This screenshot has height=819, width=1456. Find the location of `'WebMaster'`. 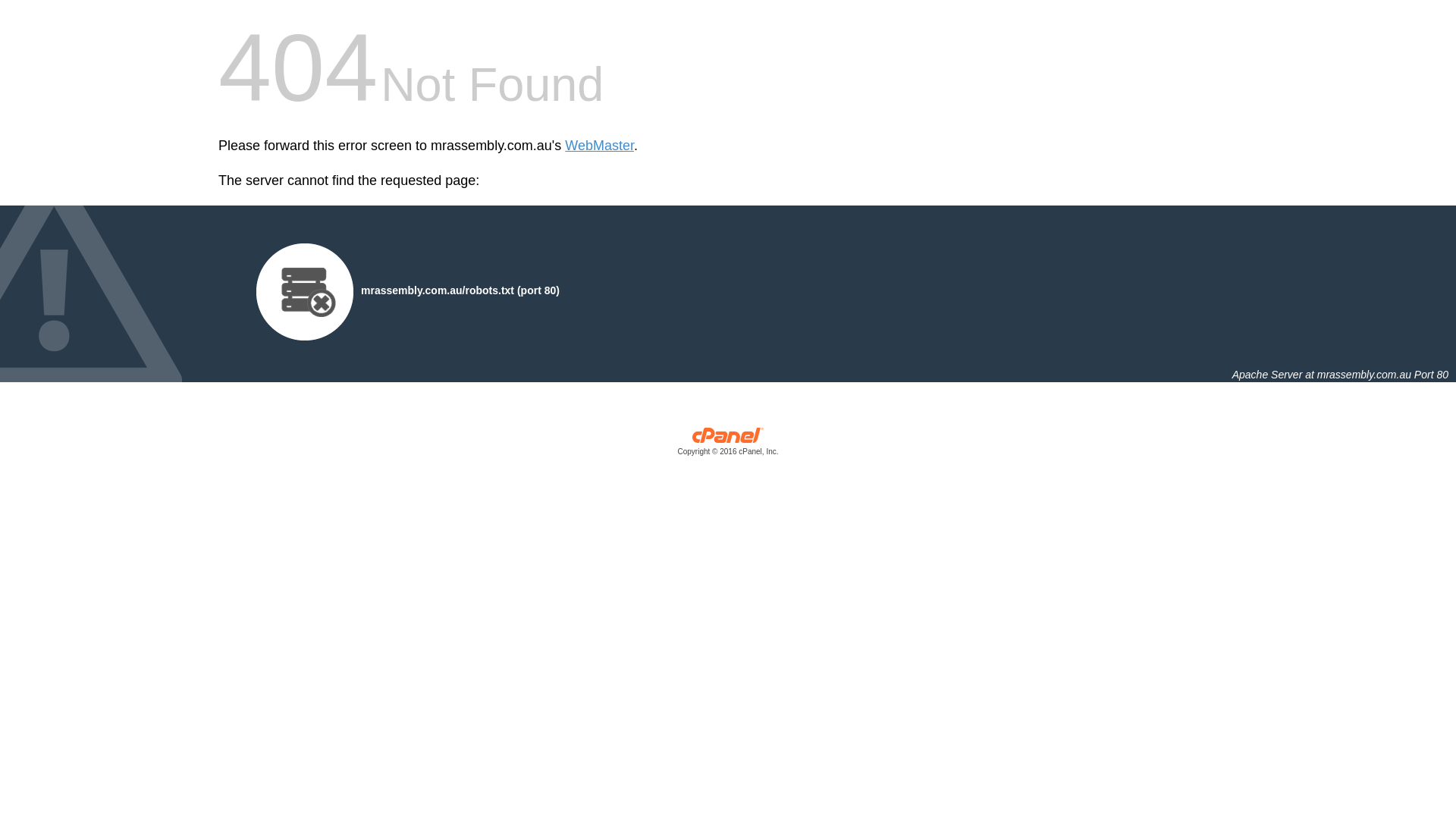

'WebMaster' is located at coordinates (598, 146).